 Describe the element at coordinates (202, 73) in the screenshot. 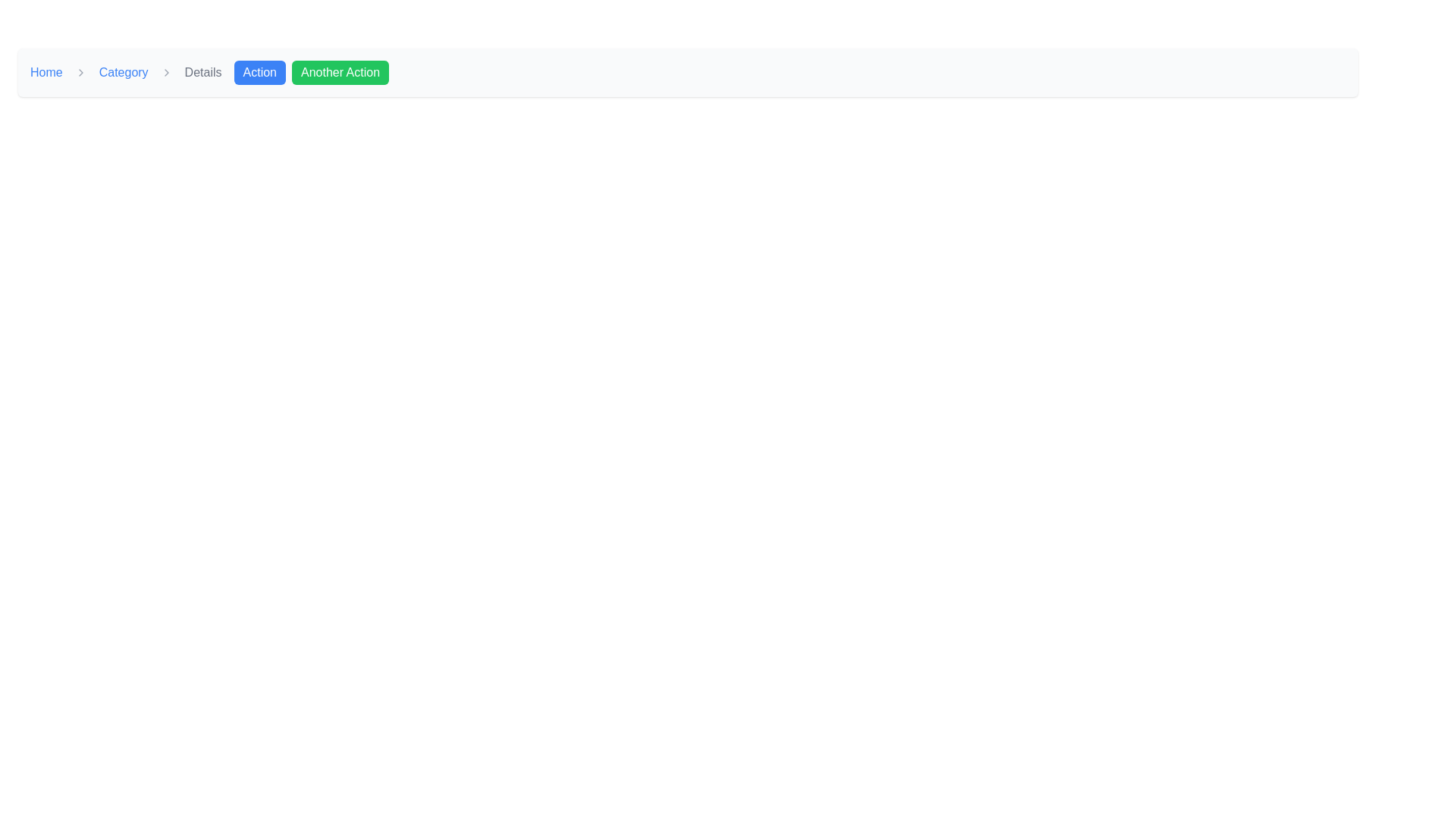

I see `the text label displaying 'Details' in gray font color located in the breadcrumb navigation bar, positioned to the right of the 'Category' link and before the 'Action' button` at that location.